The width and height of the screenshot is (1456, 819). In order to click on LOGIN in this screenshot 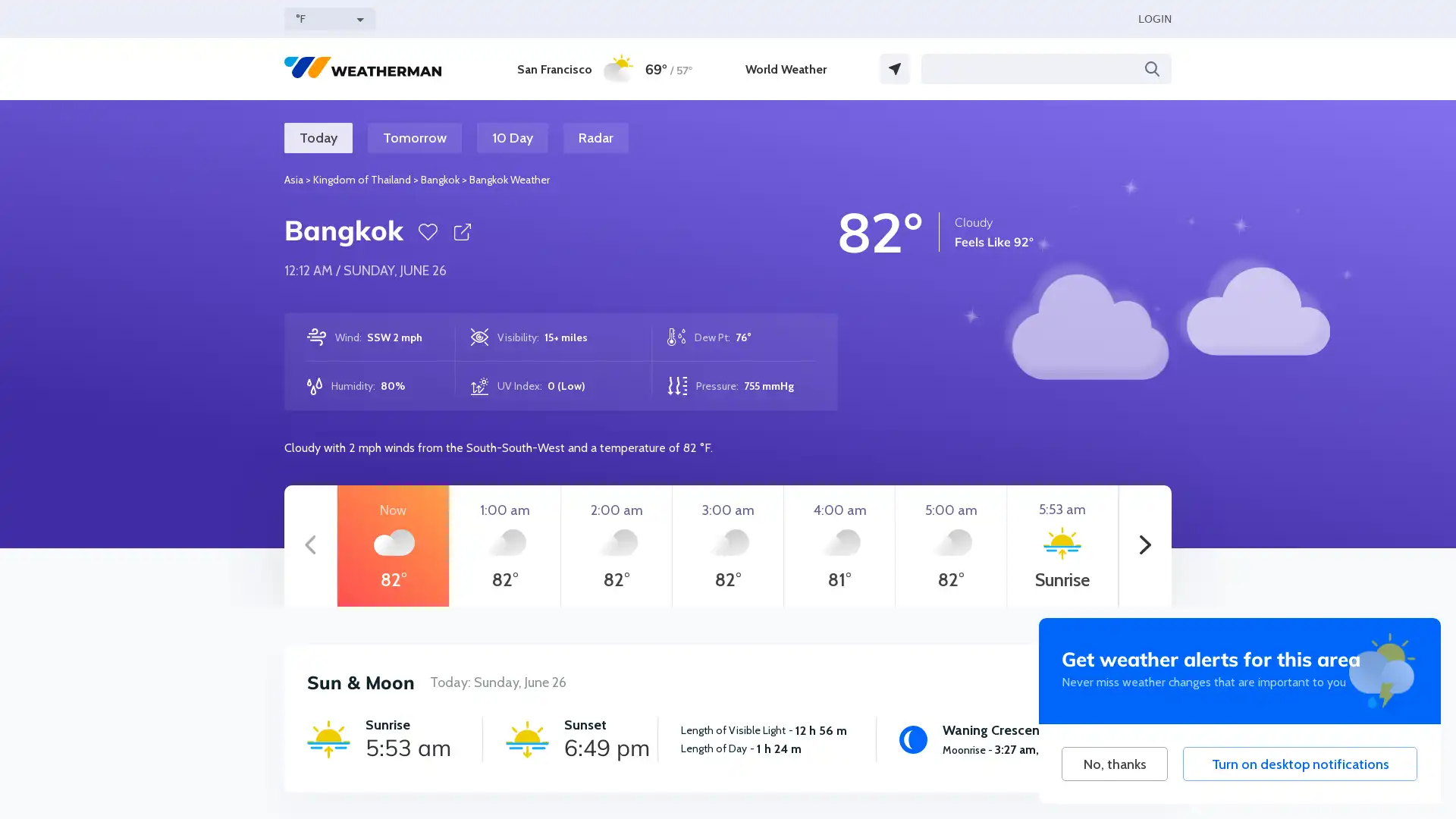, I will do `click(1153, 18)`.